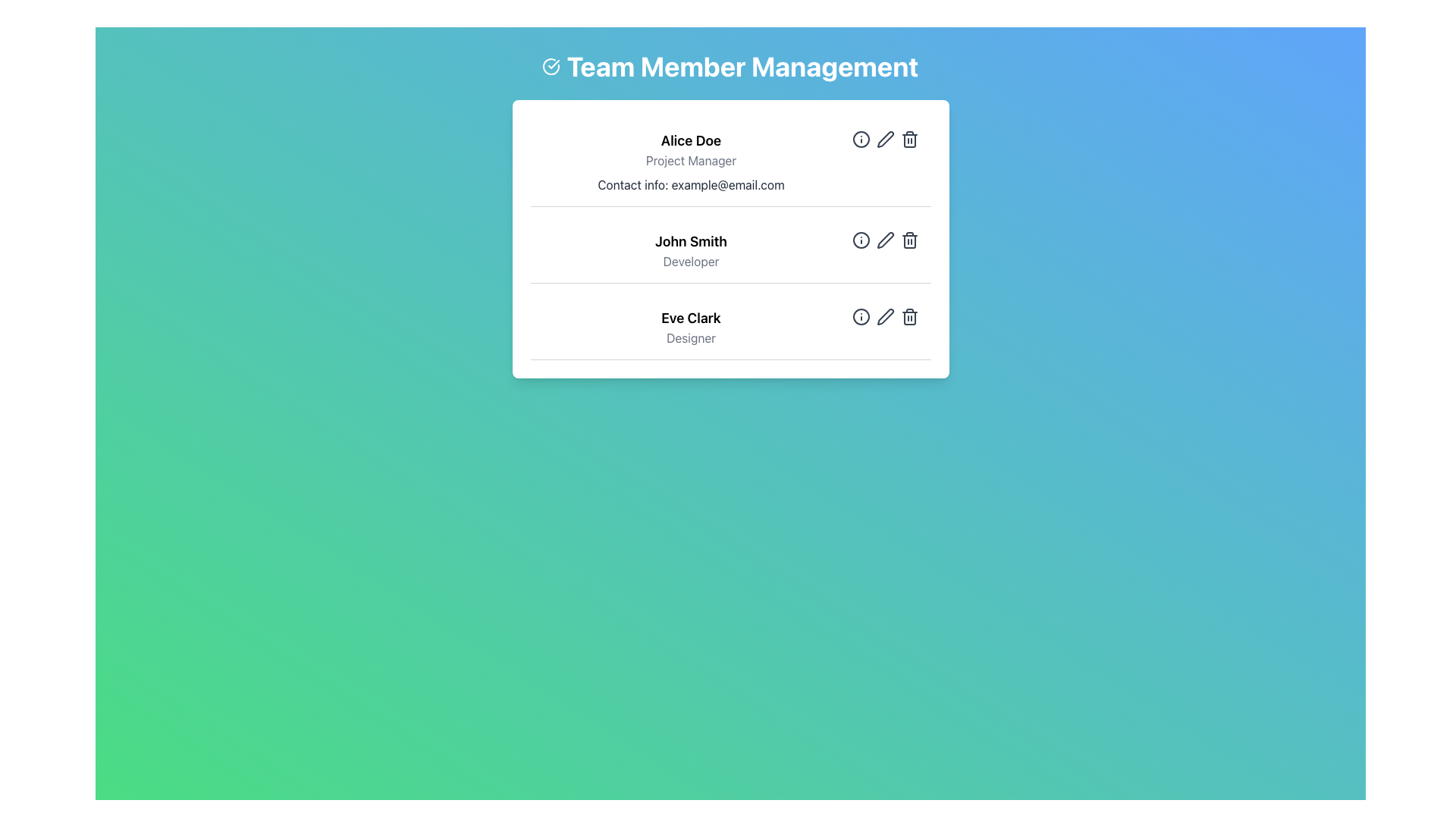  I want to click on the trash can icon button associated with team member Eve Clark, which is styled gray and turns red on hover, so click(909, 315).